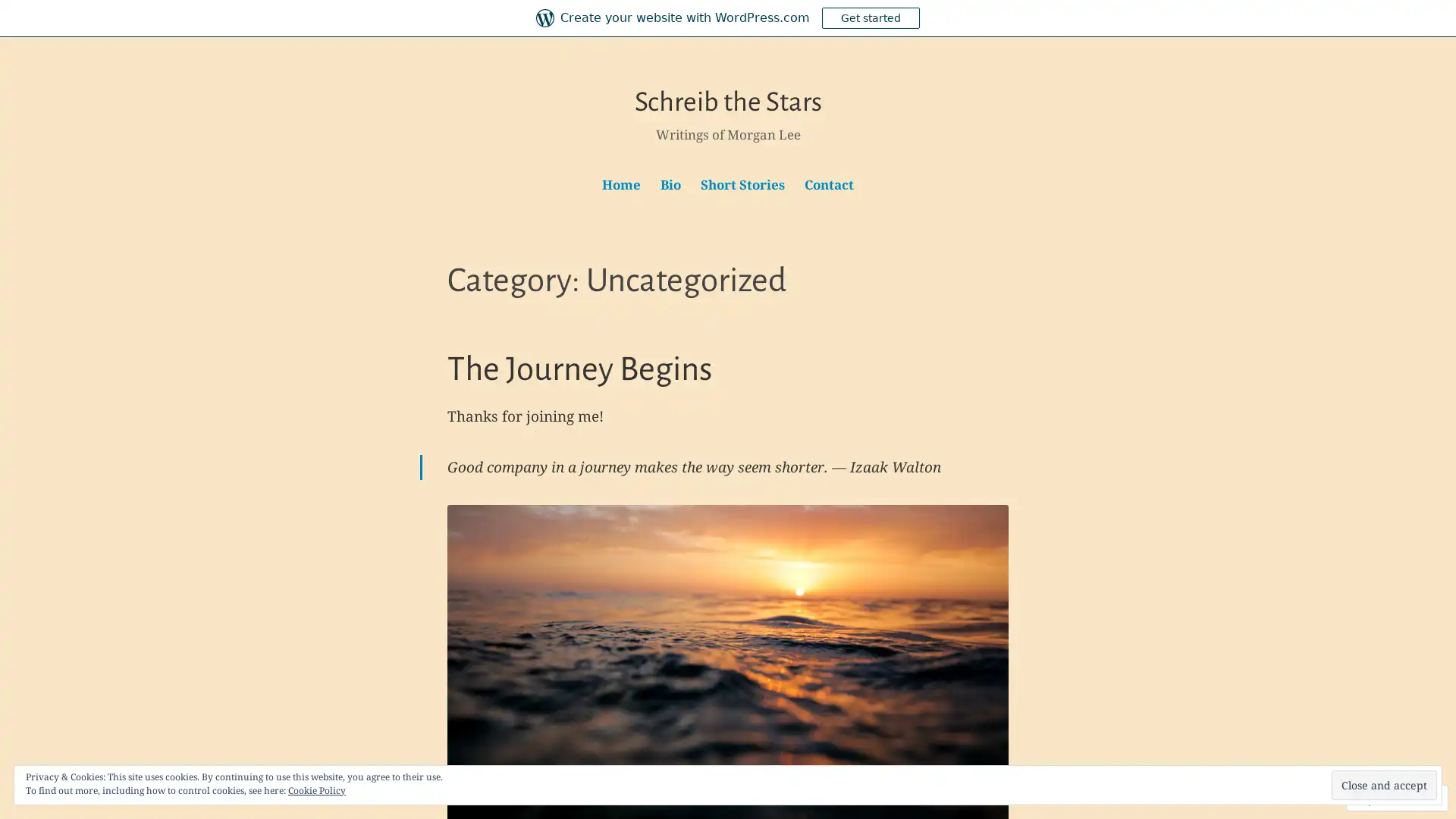 This screenshot has height=819, width=1456. Describe the element at coordinates (1384, 785) in the screenshot. I see `Close and accept` at that location.